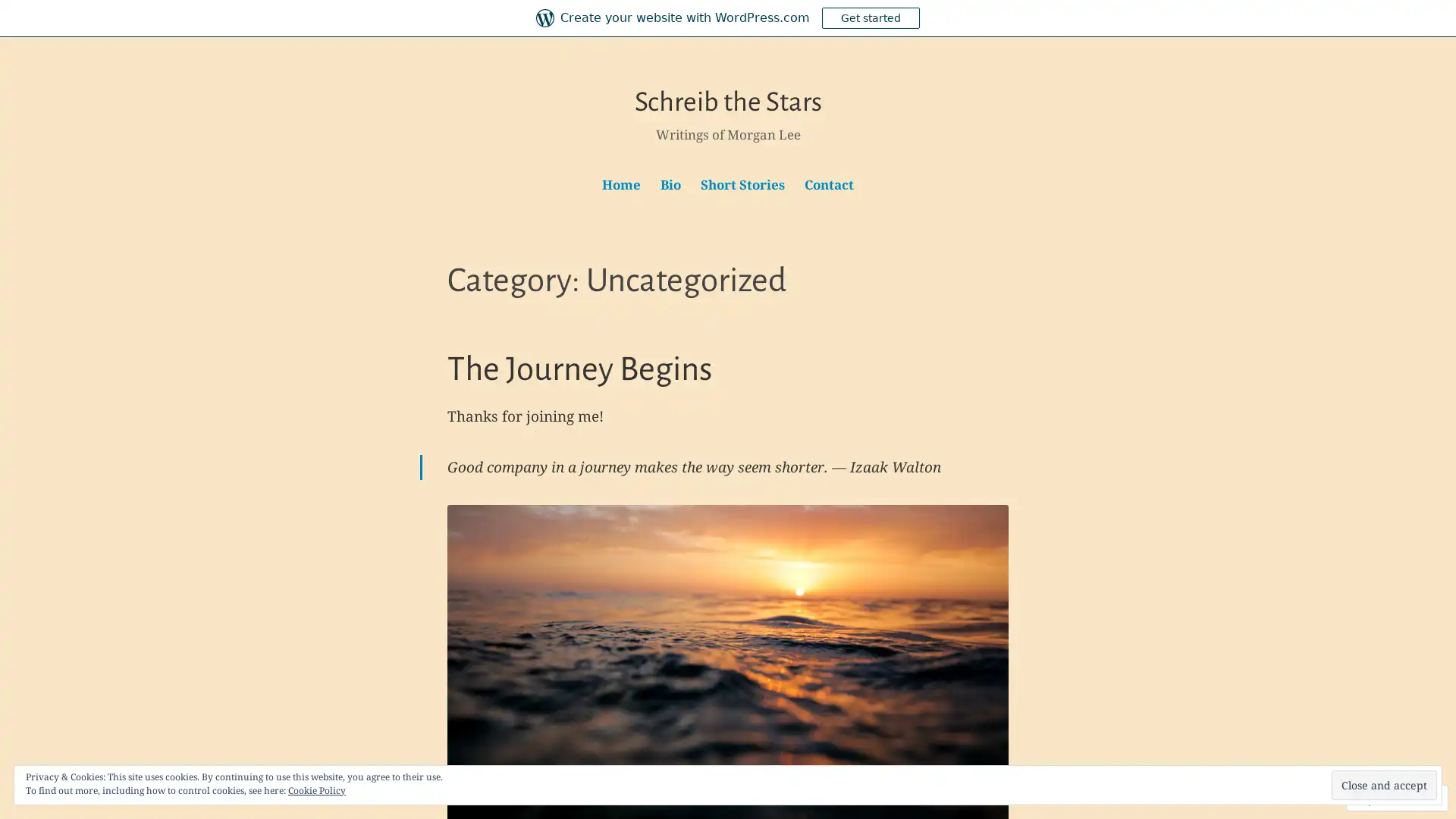 This screenshot has height=819, width=1456. Describe the element at coordinates (1384, 785) in the screenshot. I see `Close and accept` at that location.